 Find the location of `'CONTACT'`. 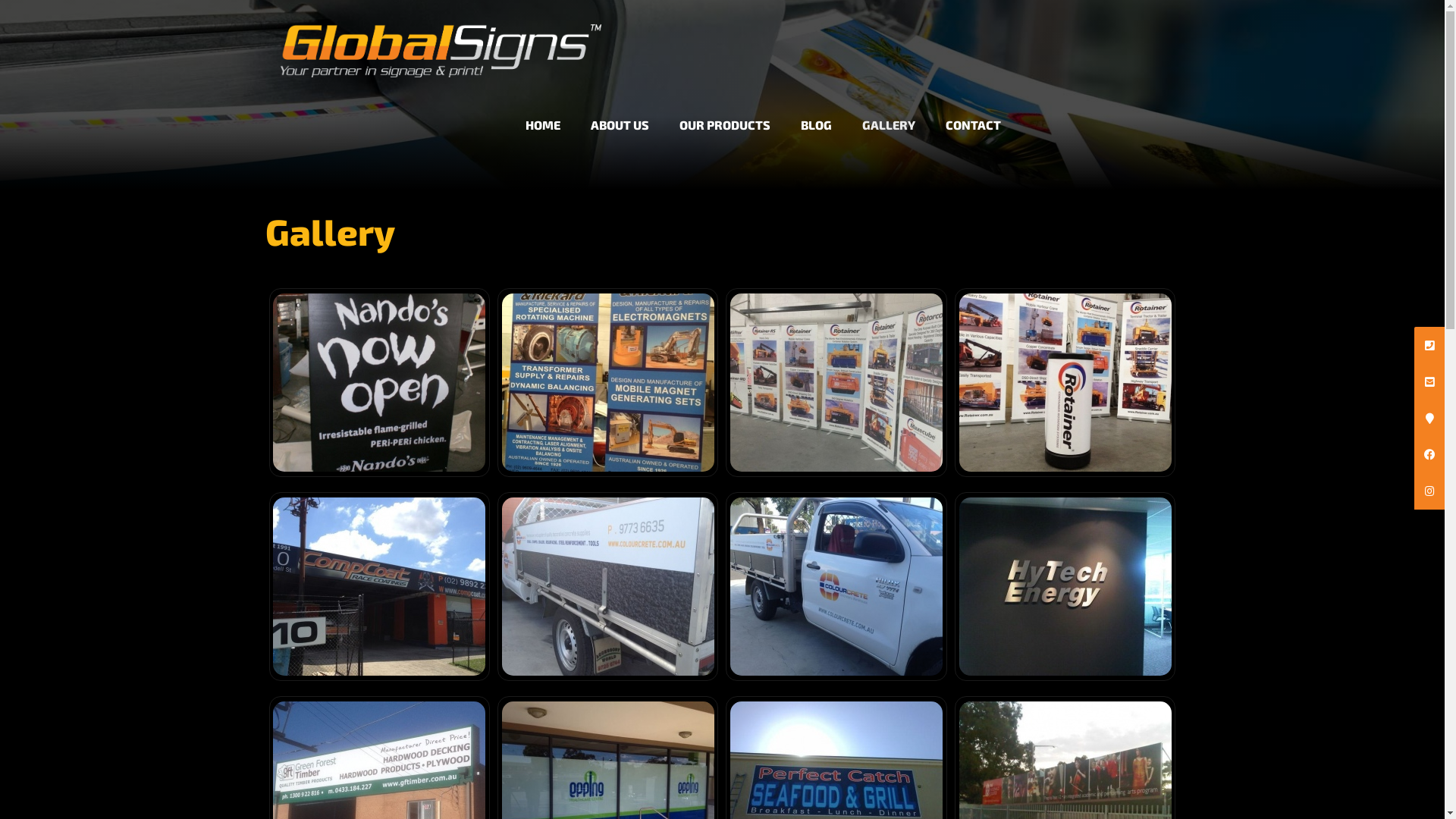

'CONTACT' is located at coordinates (930, 111).